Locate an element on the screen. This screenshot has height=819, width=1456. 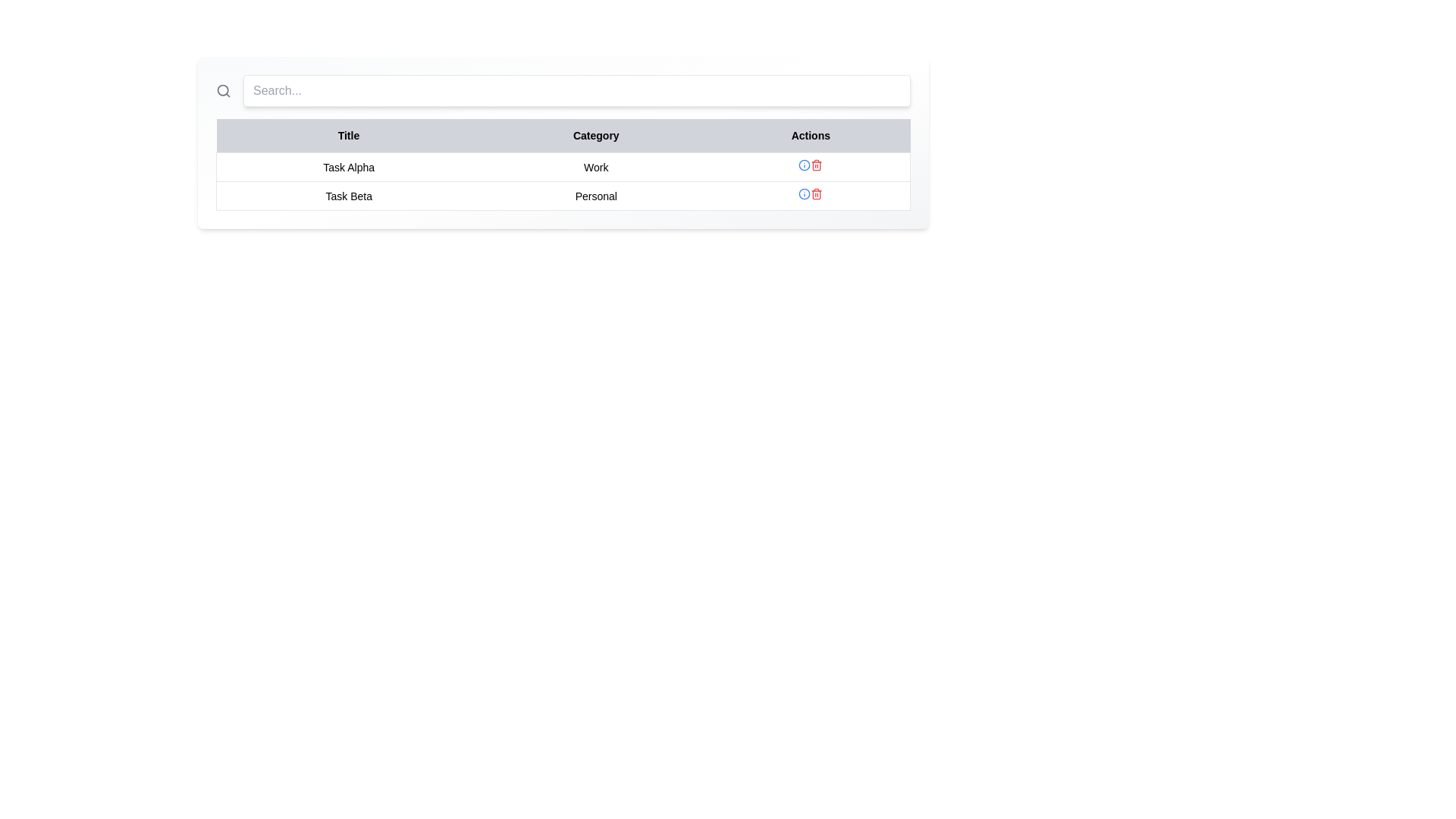
the text label 'Personal' in black font located in the second row of a table under the 'Category' column, positioned to the right of 'Task Beta' is located at coordinates (595, 195).